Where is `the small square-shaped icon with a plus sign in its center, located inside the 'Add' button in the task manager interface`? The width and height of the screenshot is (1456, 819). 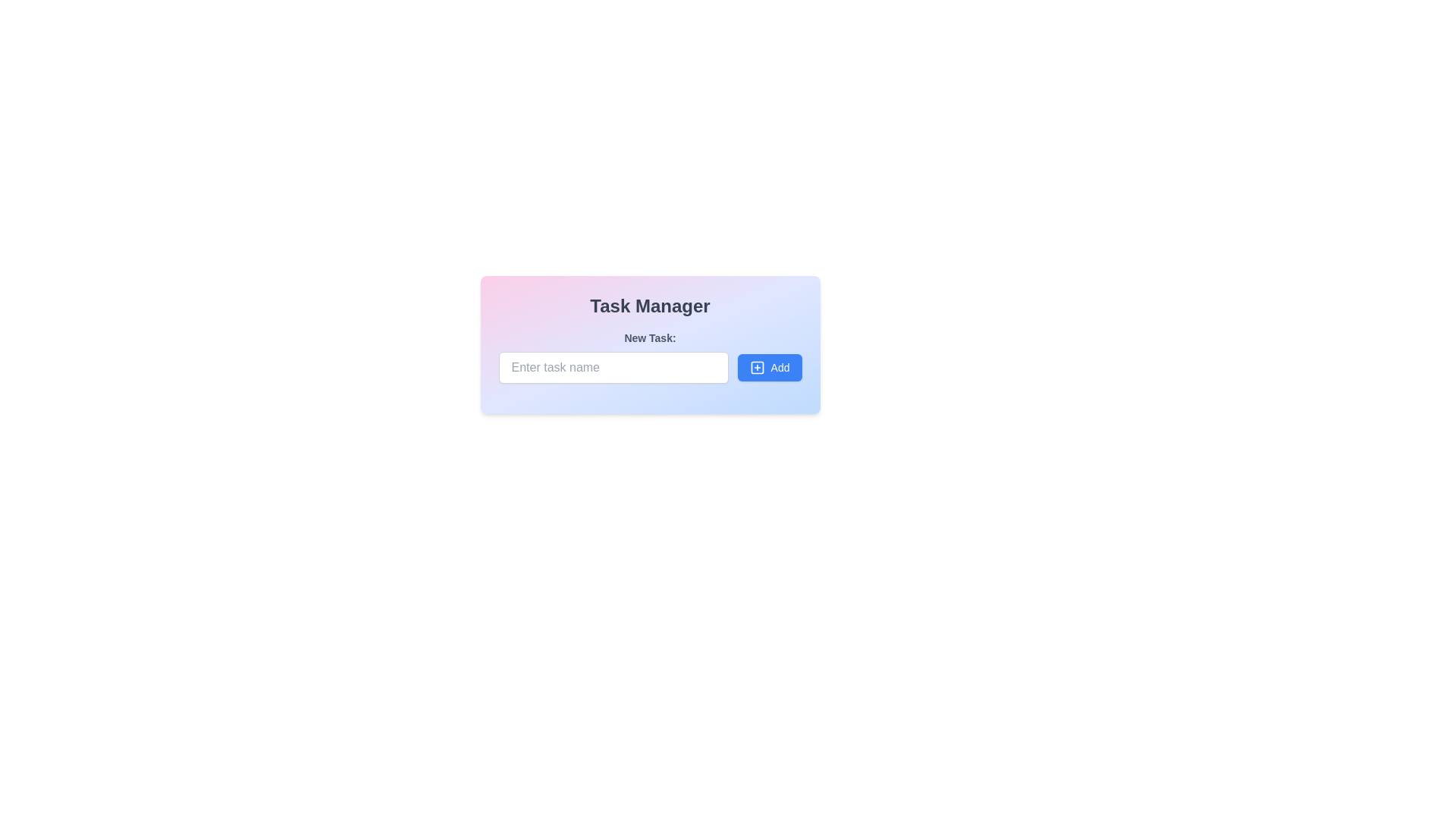 the small square-shaped icon with a plus sign in its center, located inside the 'Add' button in the task manager interface is located at coordinates (757, 368).